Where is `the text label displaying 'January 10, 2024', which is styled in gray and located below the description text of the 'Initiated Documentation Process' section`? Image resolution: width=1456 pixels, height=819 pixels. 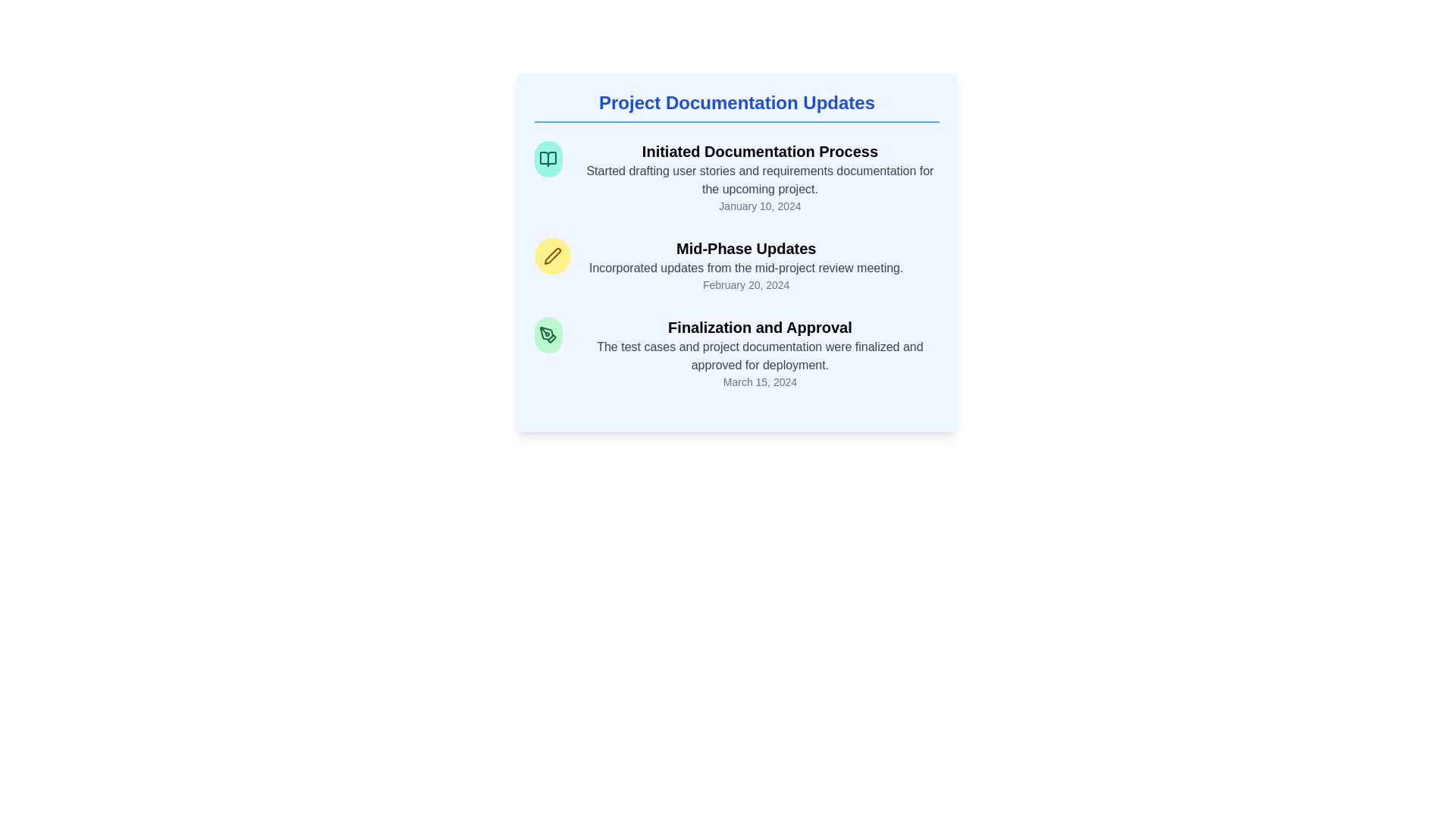
the text label displaying 'January 10, 2024', which is styled in gray and located below the description text of the 'Initiated Documentation Process' section is located at coordinates (760, 206).